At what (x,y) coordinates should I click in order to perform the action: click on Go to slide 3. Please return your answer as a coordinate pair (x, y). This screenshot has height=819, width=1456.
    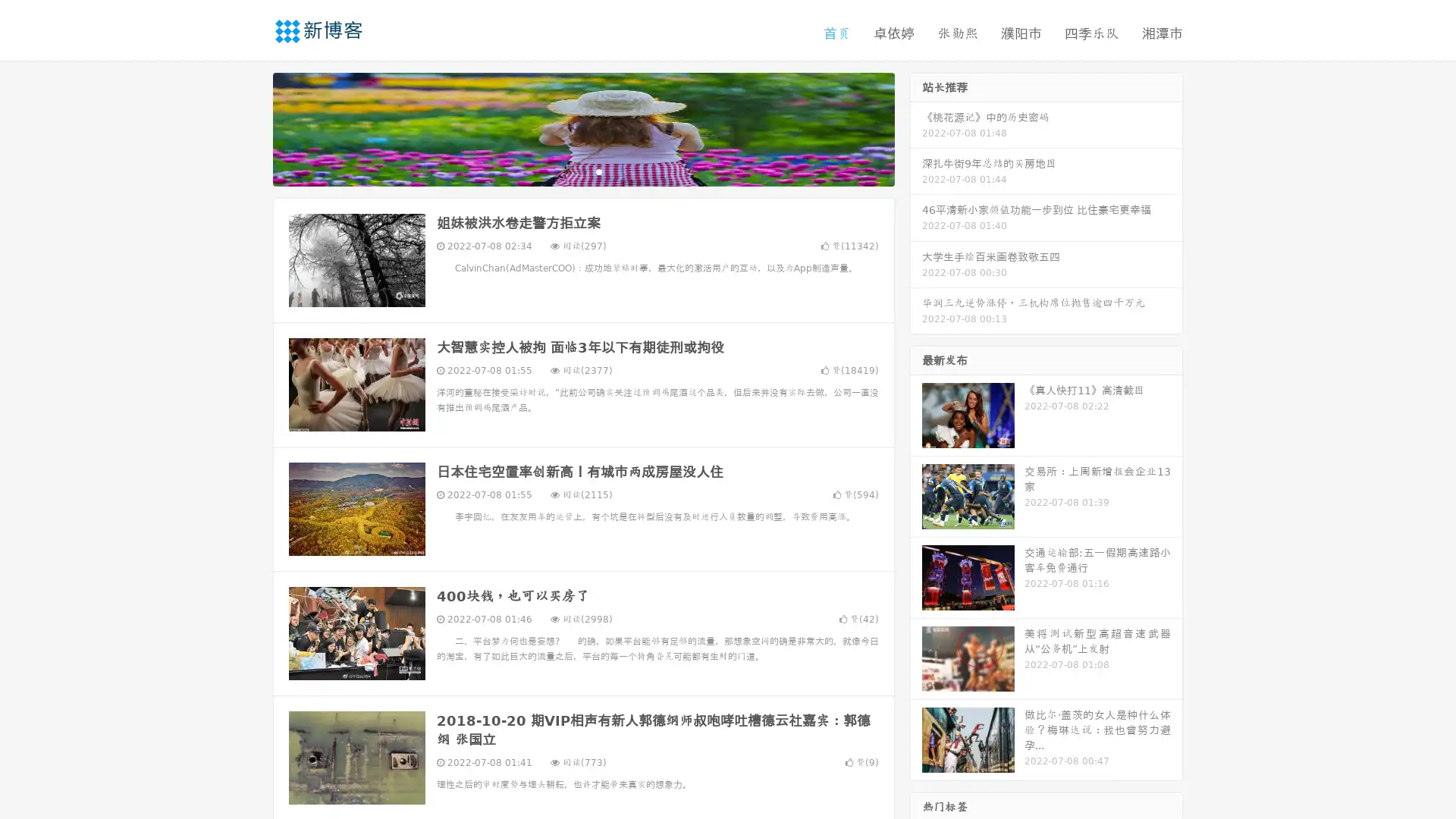
    Looking at the image, I should click on (598, 171).